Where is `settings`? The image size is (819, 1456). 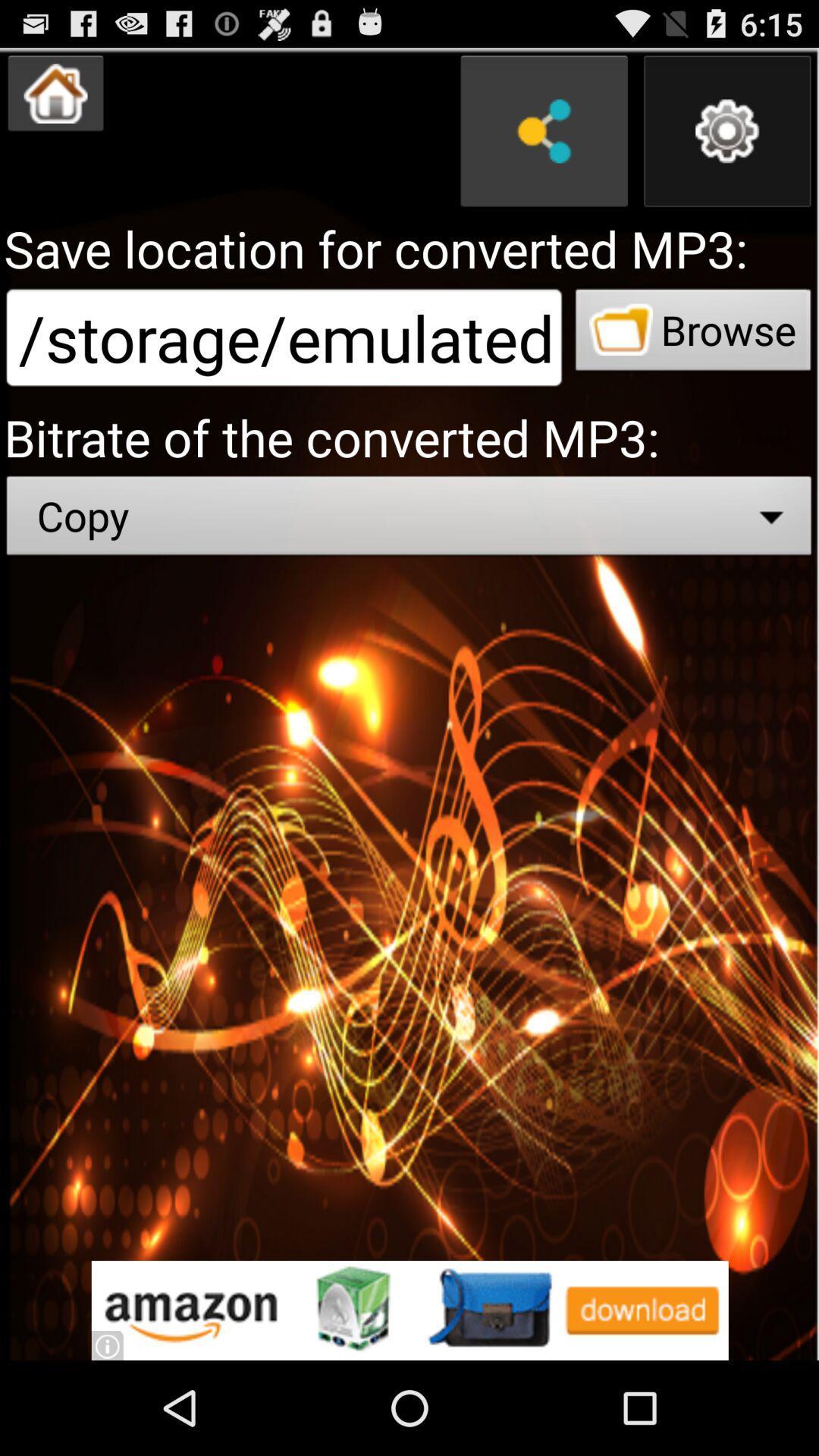 settings is located at coordinates (726, 131).